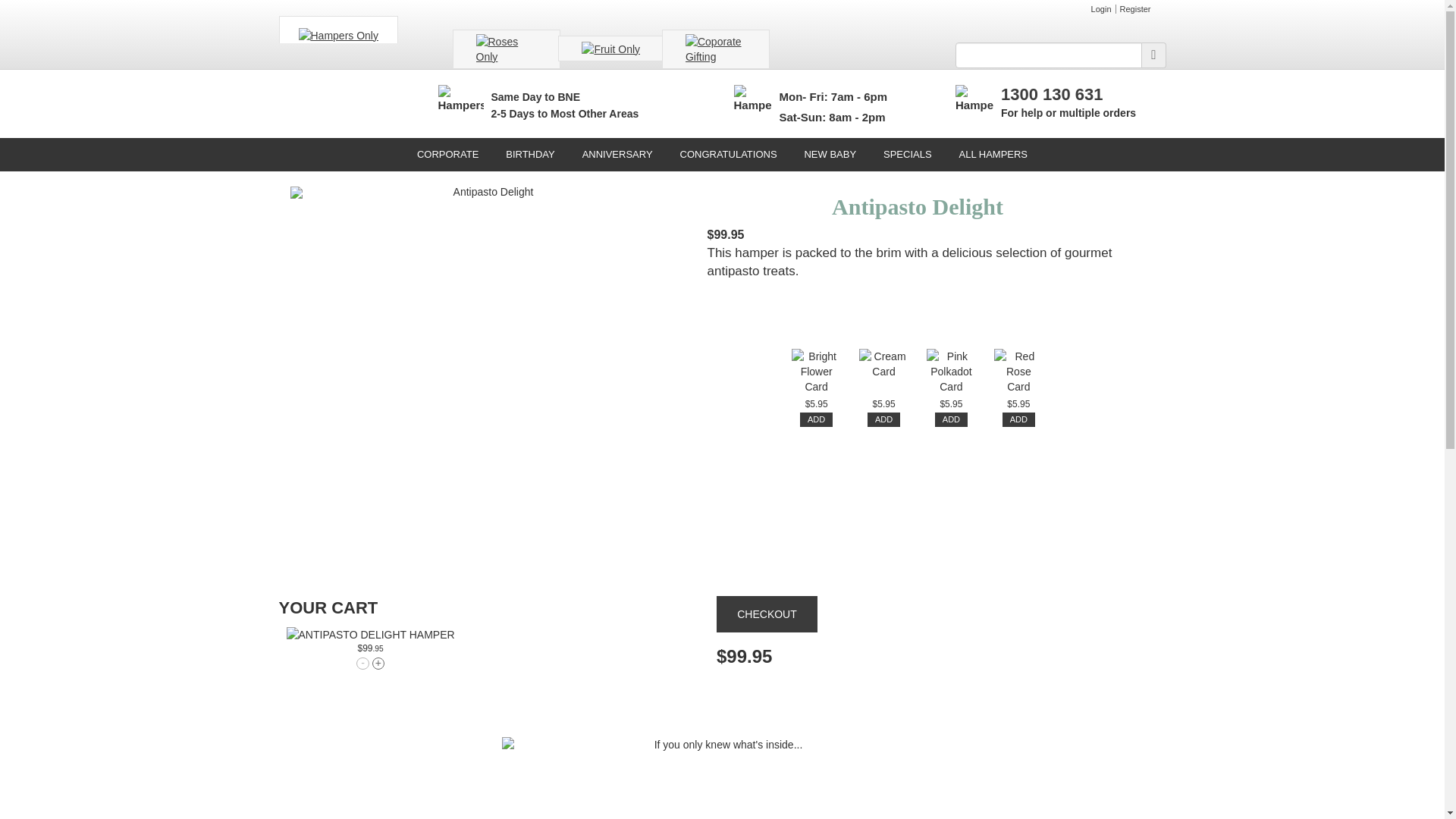  What do you see at coordinates (907, 155) in the screenshot?
I see `'SPECIALS'` at bounding box center [907, 155].